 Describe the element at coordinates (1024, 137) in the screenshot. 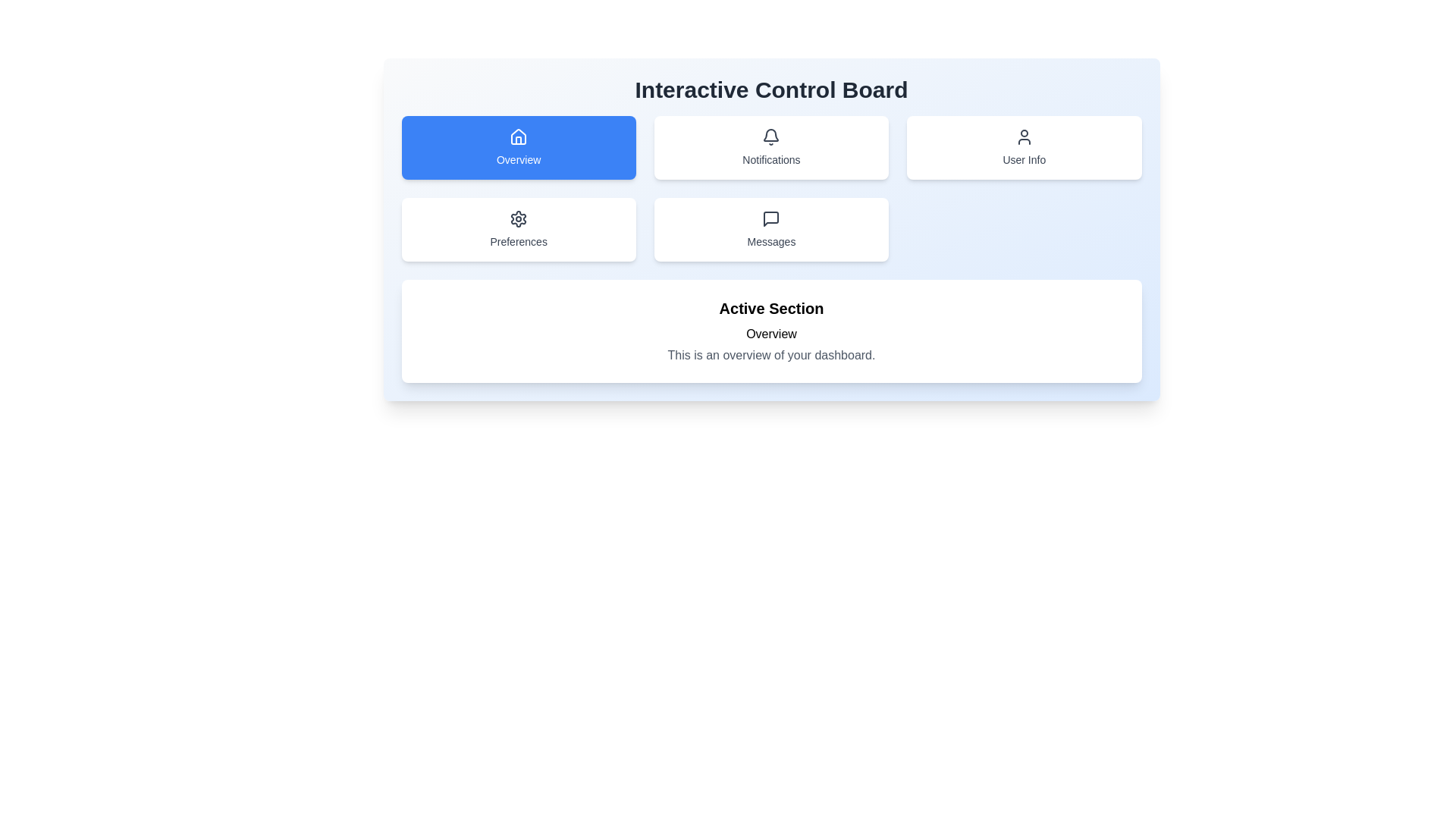

I see `the user icon represented by a rounded figure with a circular head, located at the center of the 'User Info' card` at that location.